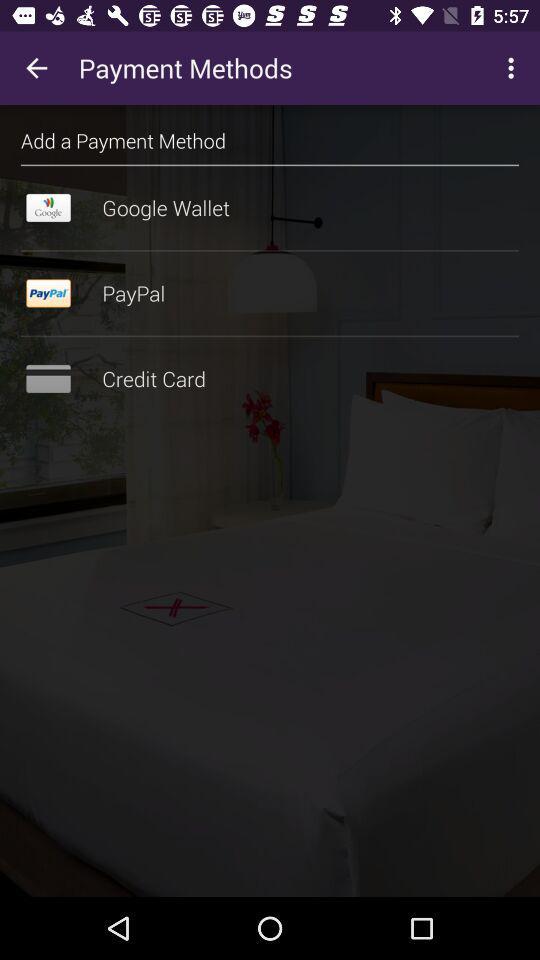 The image size is (540, 960). Describe the element at coordinates (270, 249) in the screenshot. I see `item above paypal` at that location.